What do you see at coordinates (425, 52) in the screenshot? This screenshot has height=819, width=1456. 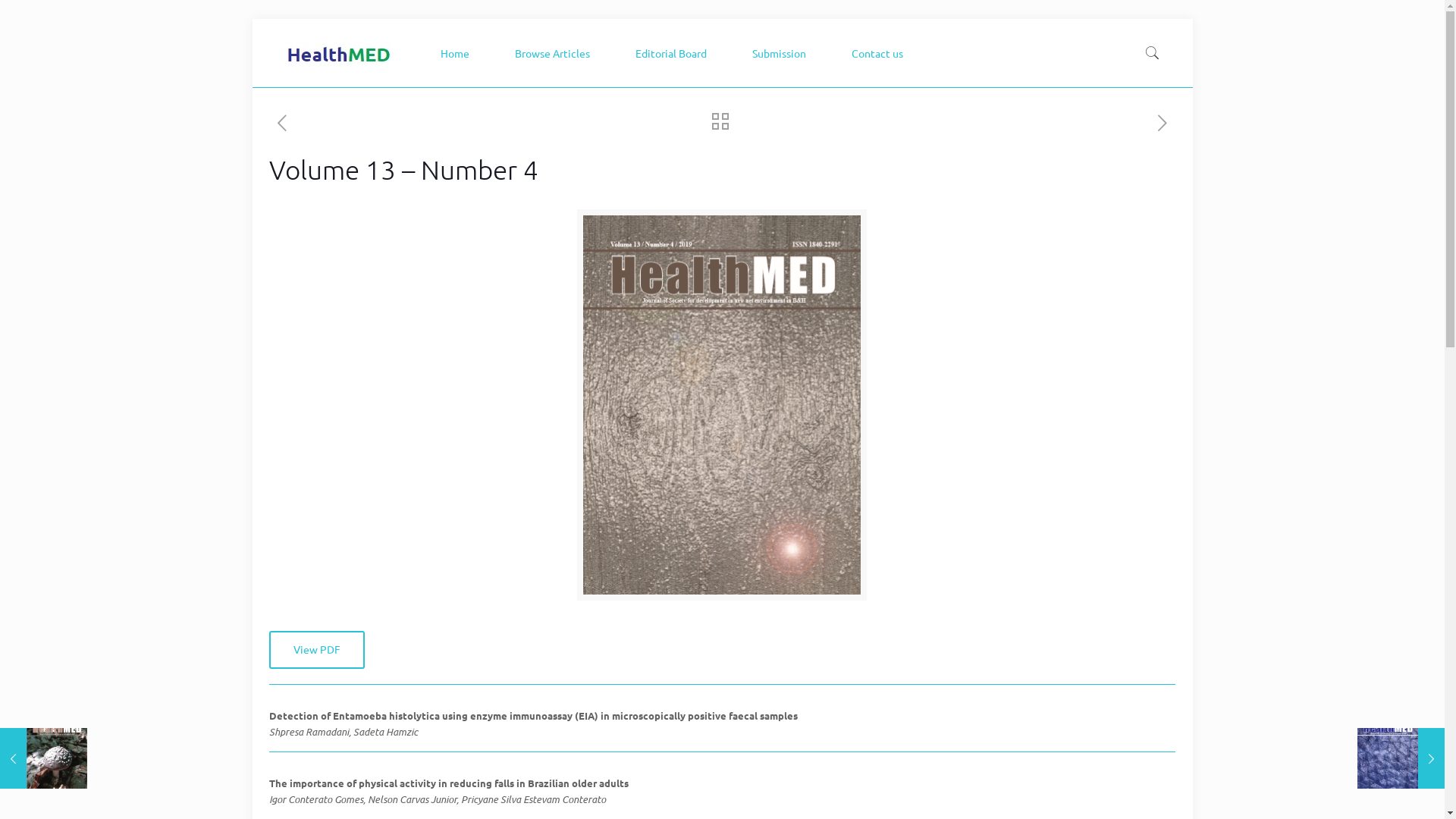 I see `'Home'` at bounding box center [425, 52].